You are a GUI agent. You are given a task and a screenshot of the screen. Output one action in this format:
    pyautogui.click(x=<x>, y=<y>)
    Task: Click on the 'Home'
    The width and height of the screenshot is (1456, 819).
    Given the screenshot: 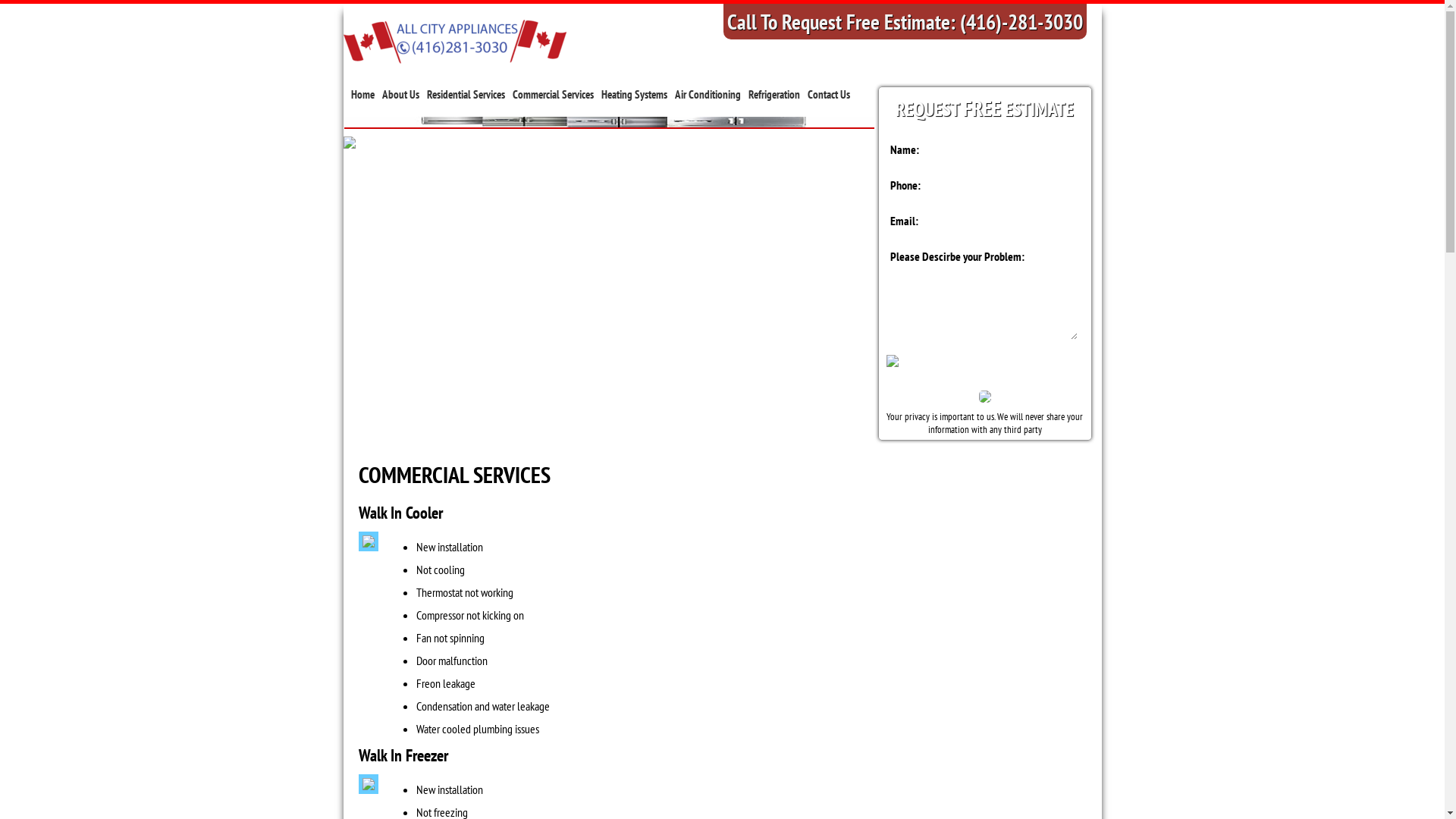 What is the action you would take?
    pyautogui.click(x=361, y=94)
    